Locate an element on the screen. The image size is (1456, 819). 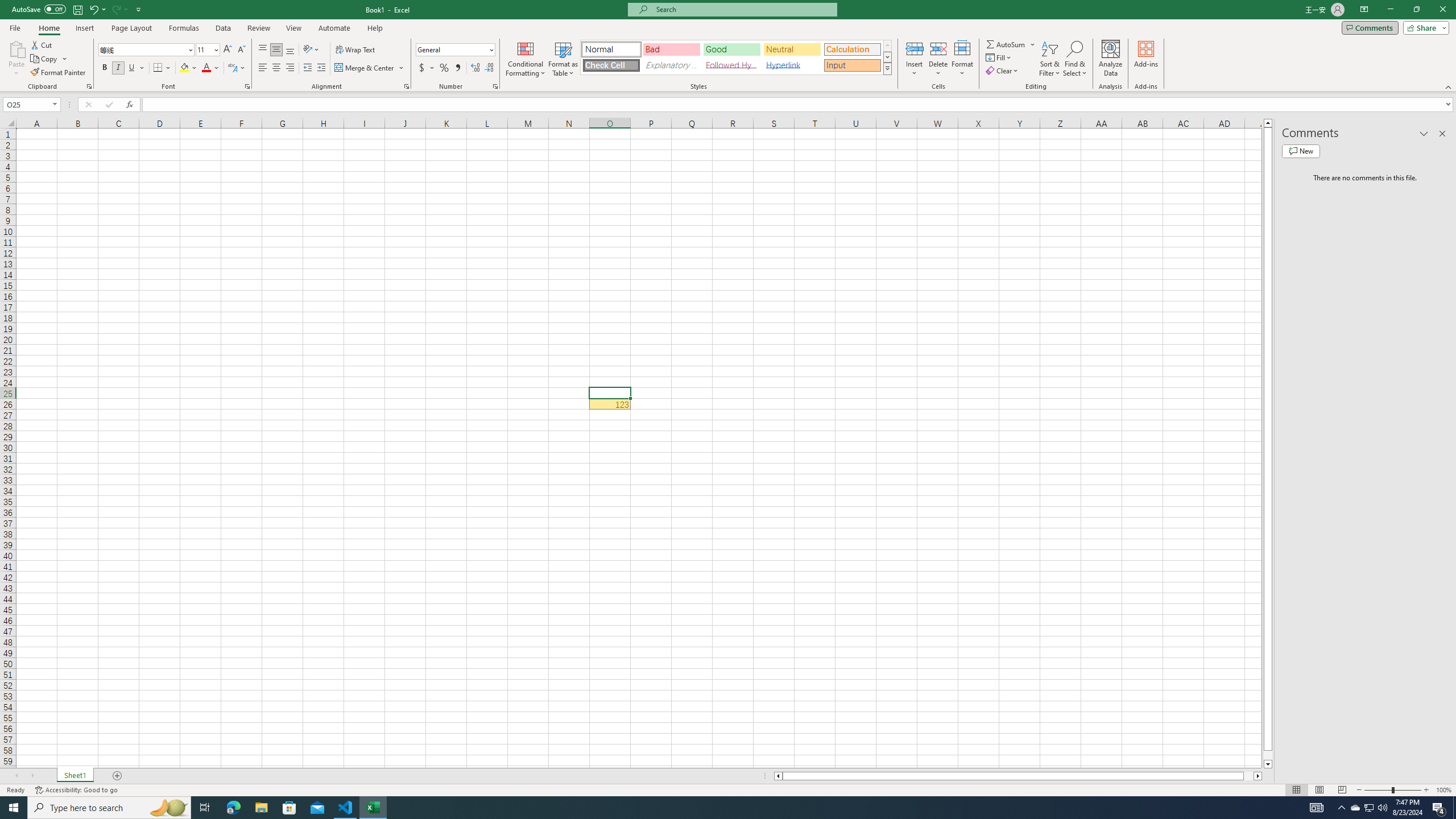
'Top Align' is located at coordinates (262, 49).